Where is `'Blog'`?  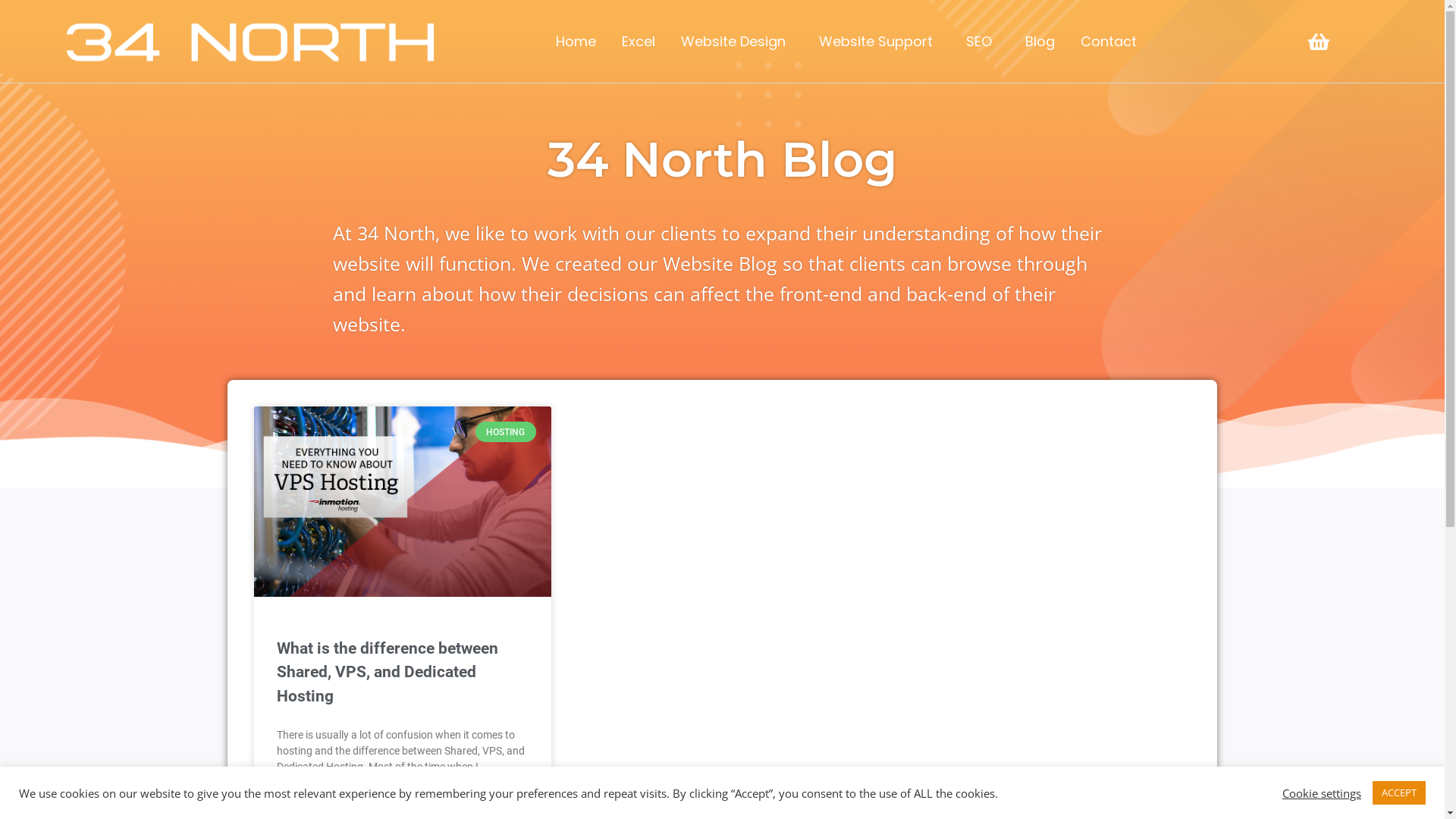
'Blog' is located at coordinates (1012, 40).